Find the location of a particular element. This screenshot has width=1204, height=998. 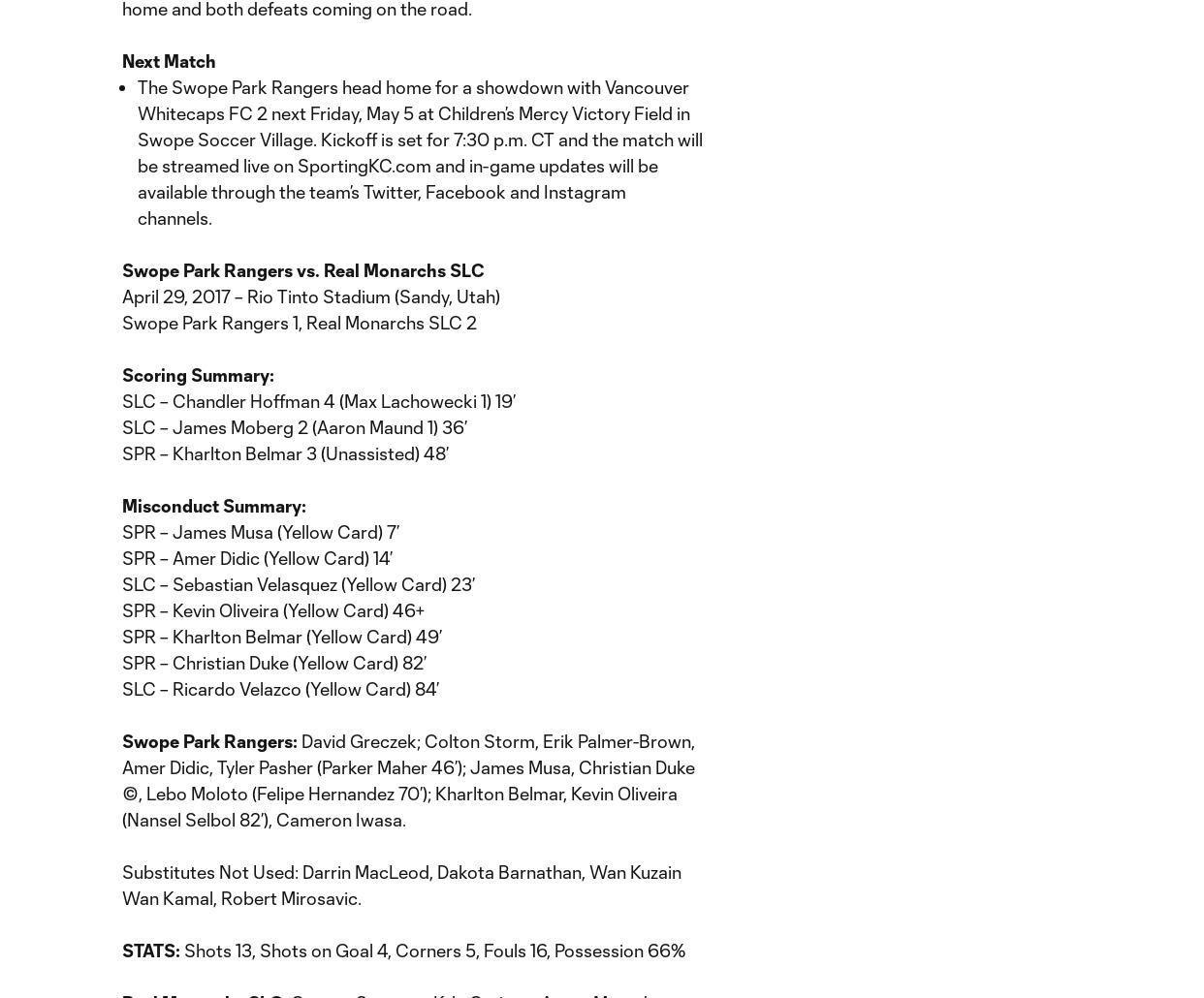

'Scoring Summary:' is located at coordinates (197, 374).